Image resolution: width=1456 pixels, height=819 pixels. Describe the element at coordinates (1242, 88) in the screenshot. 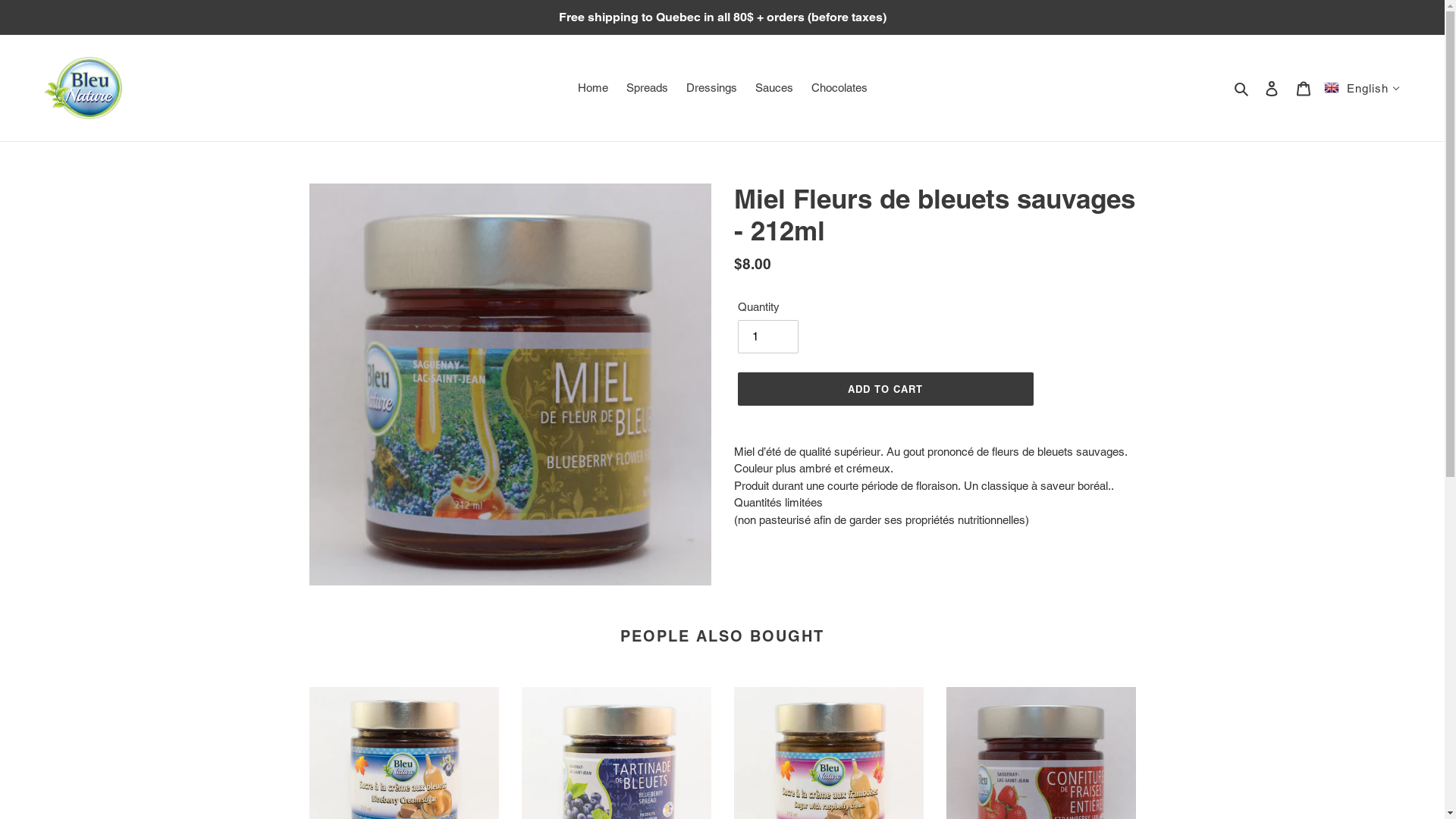

I see `'Search'` at that location.